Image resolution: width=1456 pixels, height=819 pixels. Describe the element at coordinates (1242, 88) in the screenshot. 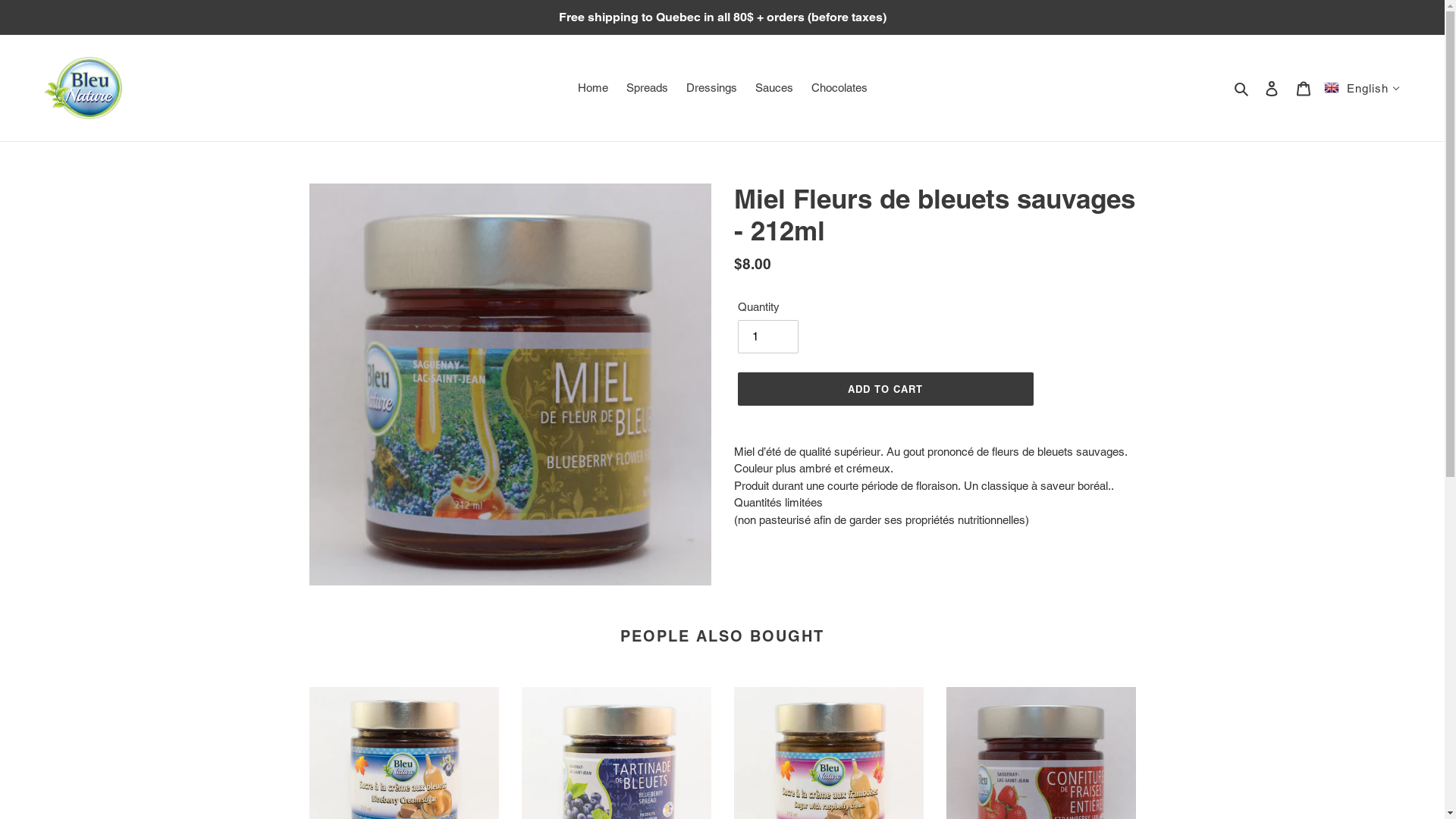

I see `'Search'` at that location.